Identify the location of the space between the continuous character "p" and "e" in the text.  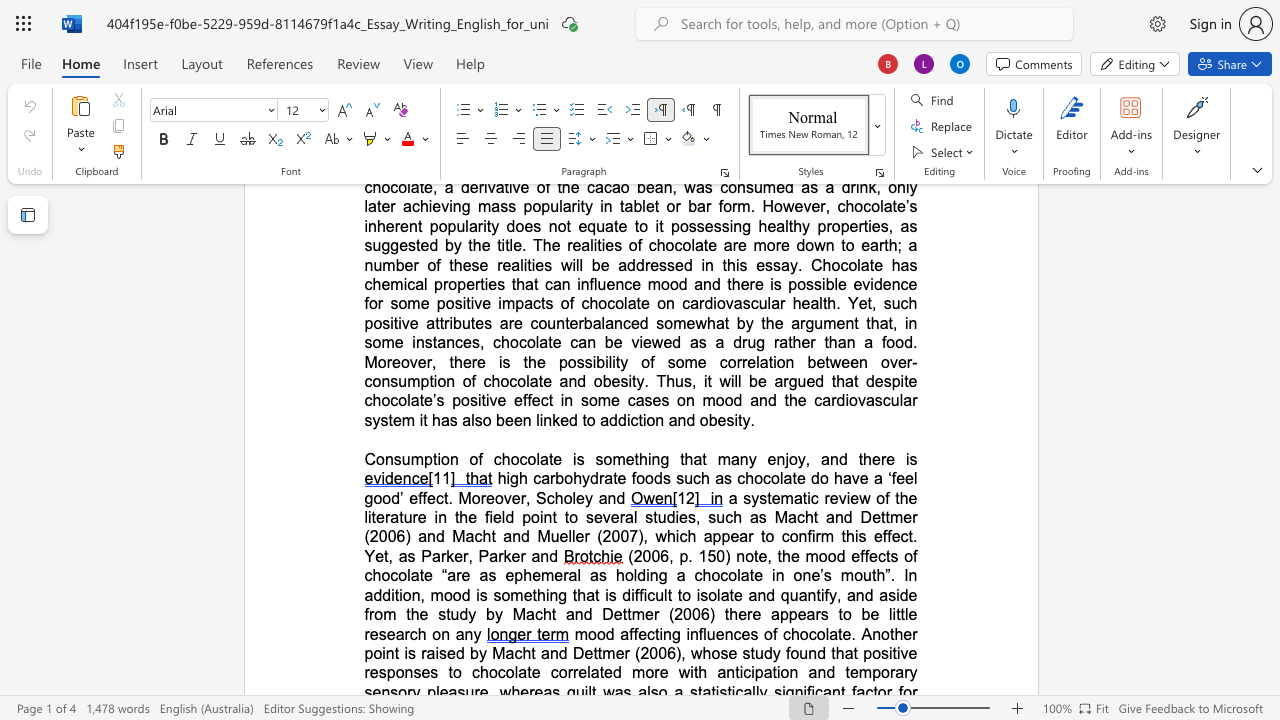
(729, 535).